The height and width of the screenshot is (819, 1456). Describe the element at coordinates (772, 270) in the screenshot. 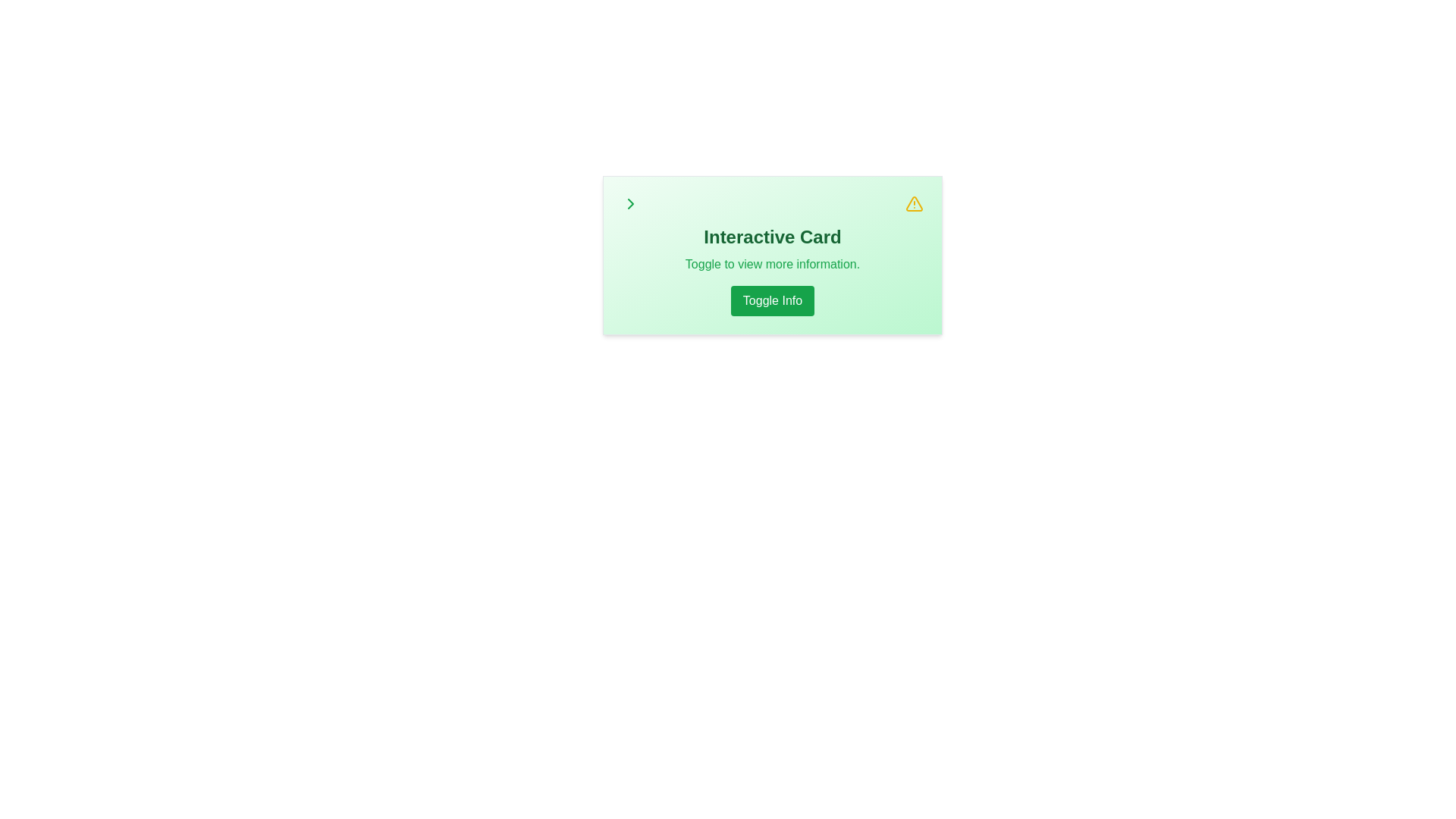

I see `the 'Toggle Info' button located on the 'Interactive Card' section, which is identified by its bold green title and supplementary information in green text` at that location.